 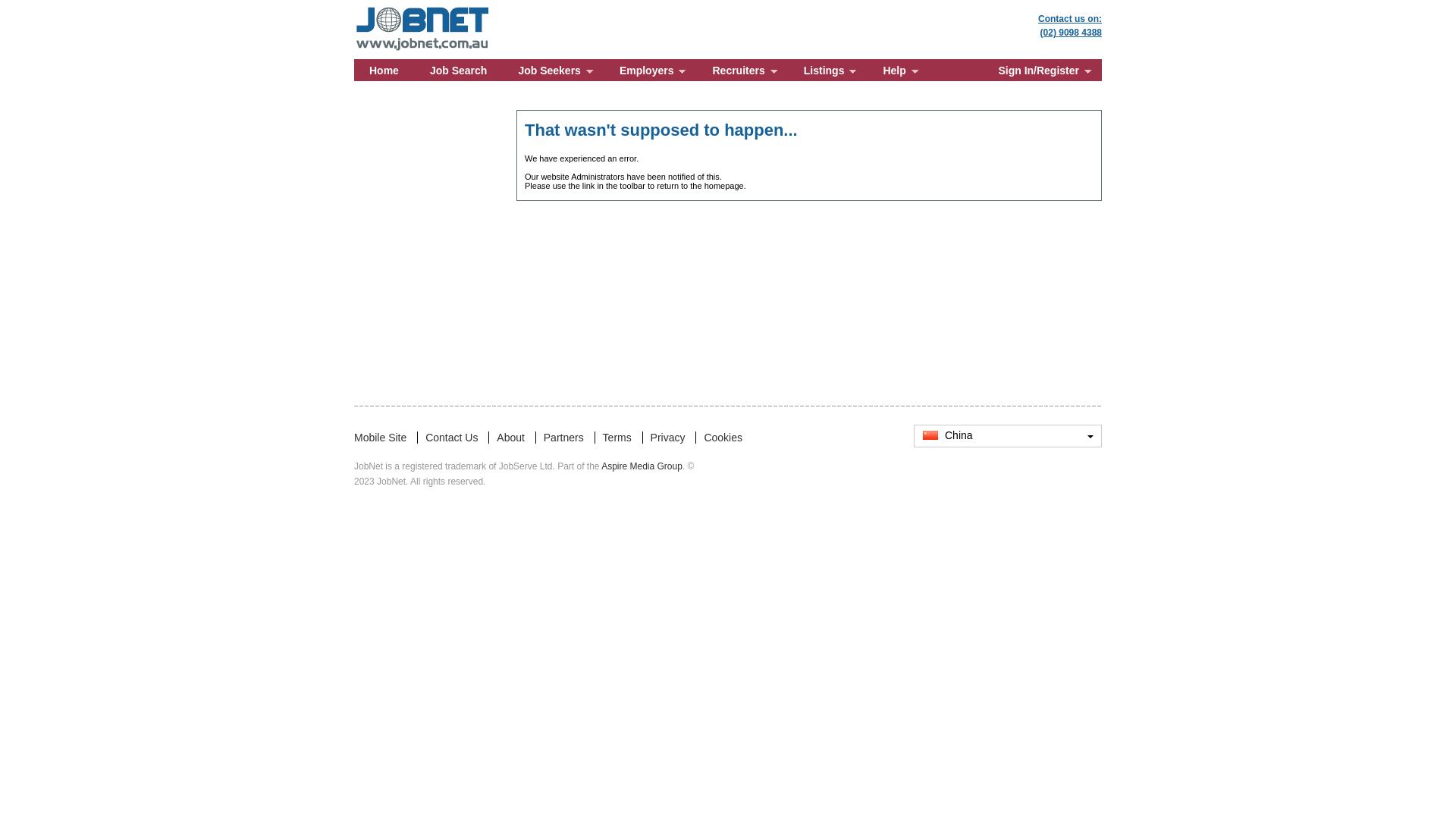 What do you see at coordinates (667, 438) in the screenshot?
I see `'Privacy'` at bounding box center [667, 438].